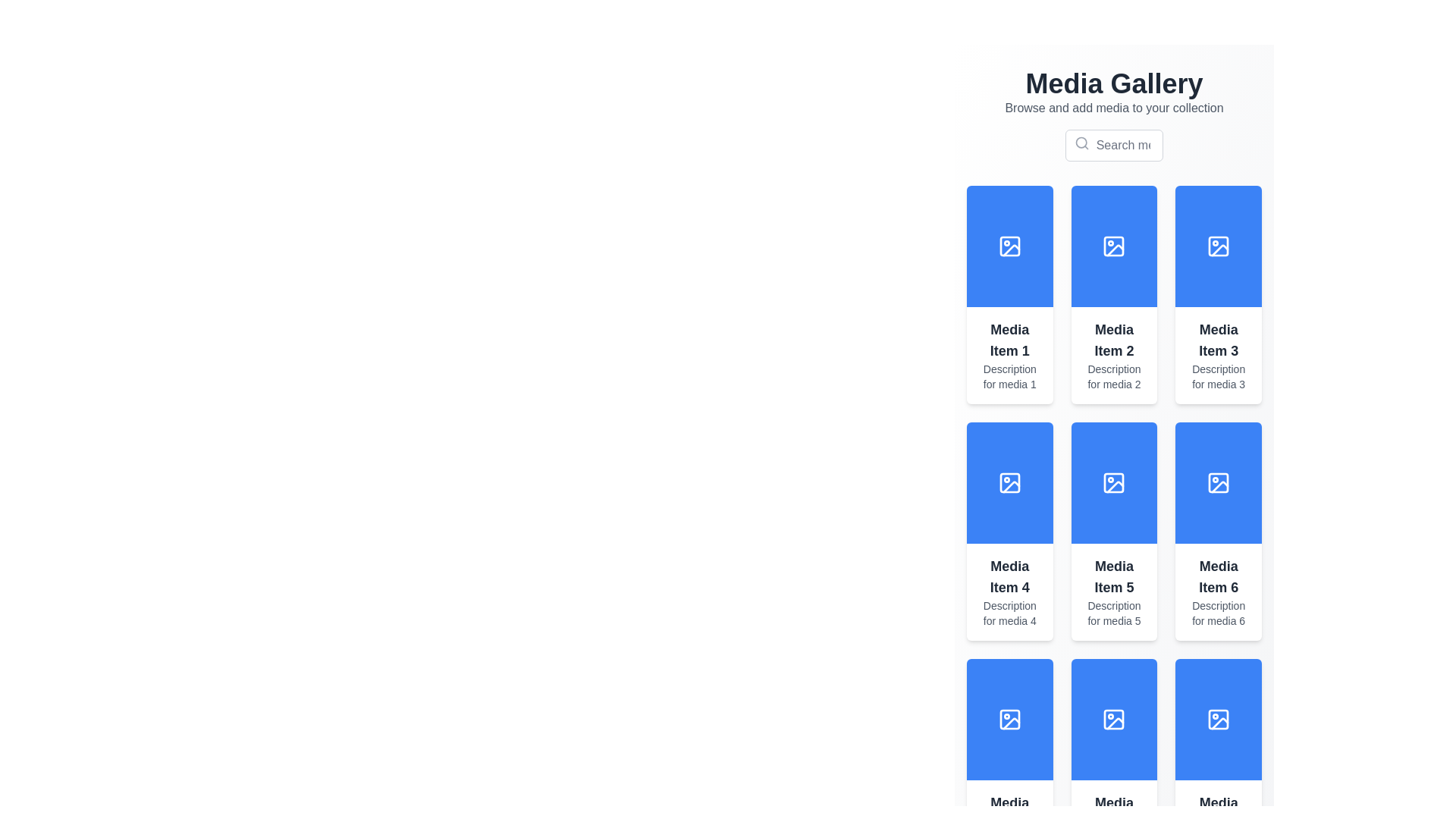  What do you see at coordinates (1114, 482) in the screenshot?
I see `the image placeholder icon with a square outline and rounded corners, located within the 'Media Item 5' tile in the second row and second column of the grid under the 'Media Gallery' heading` at bounding box center [1114, 482].